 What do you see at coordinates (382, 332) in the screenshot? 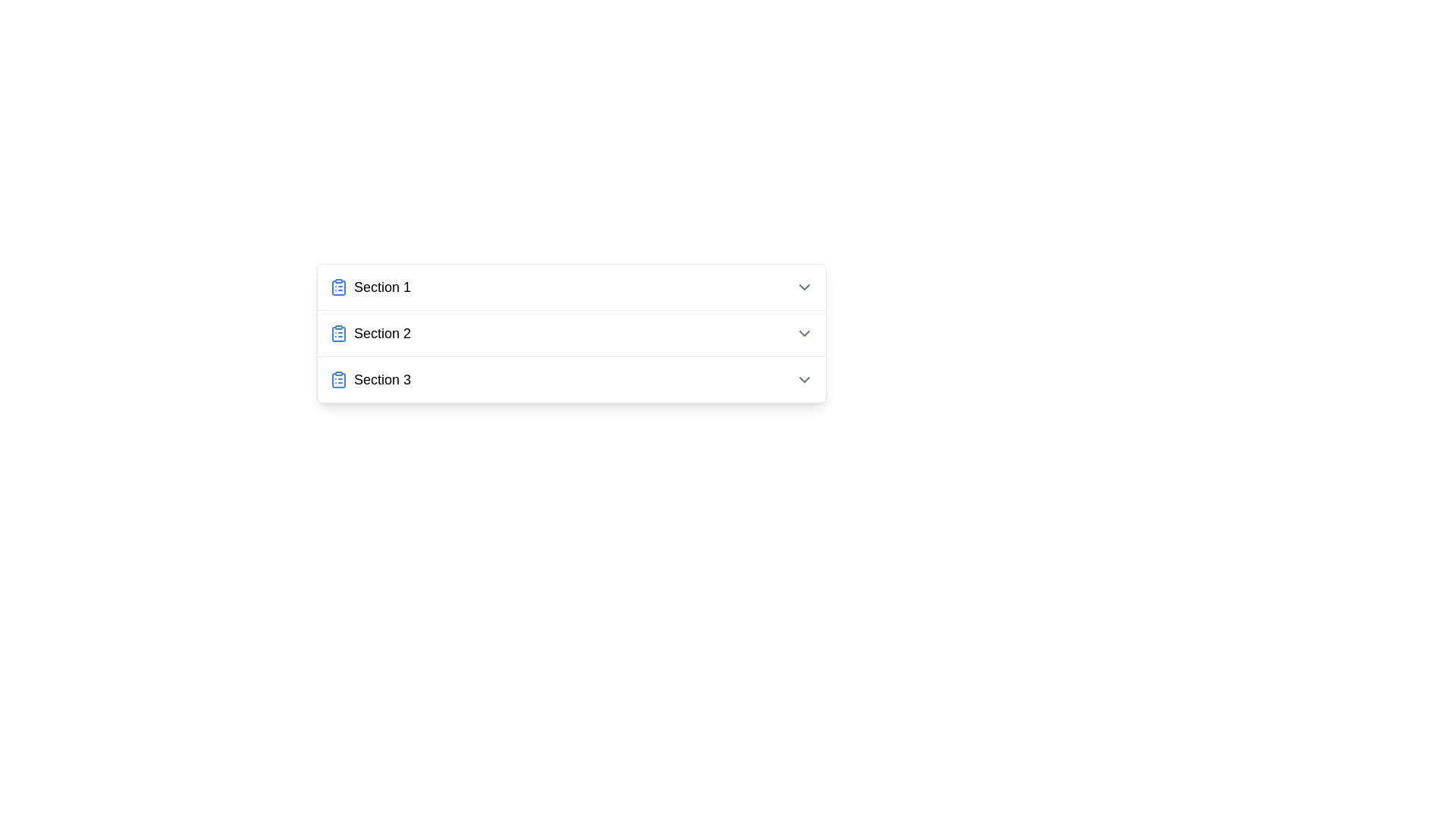
I see `the static text displaying 'Section 2', which is styled with a large font size and medium weight, located in the second row of the vertically stacked menu list` at bounding box center [382, 332].